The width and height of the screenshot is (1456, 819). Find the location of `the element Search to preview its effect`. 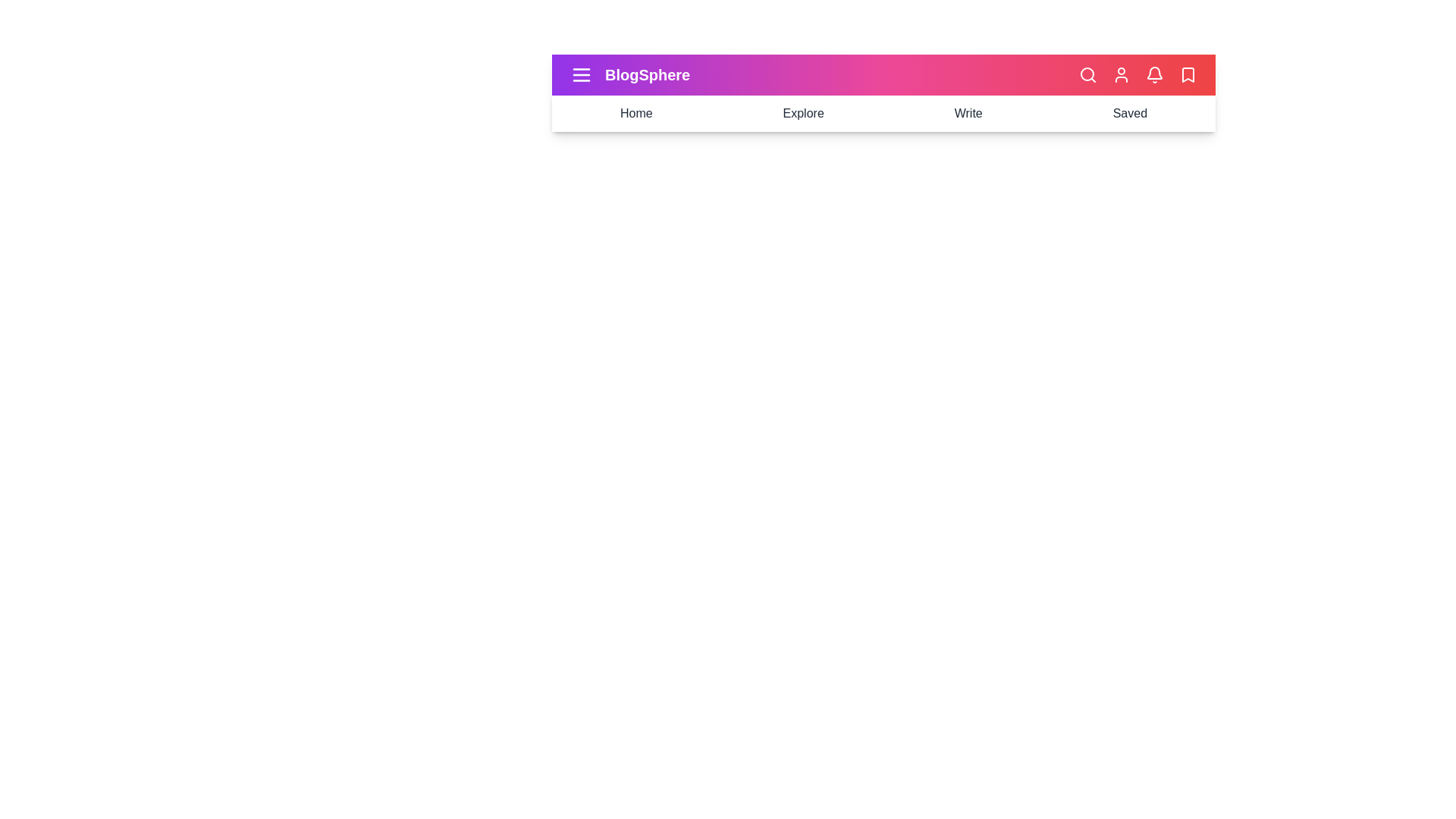

the element Search to preview its effect is located at coordinates (1087, 75).